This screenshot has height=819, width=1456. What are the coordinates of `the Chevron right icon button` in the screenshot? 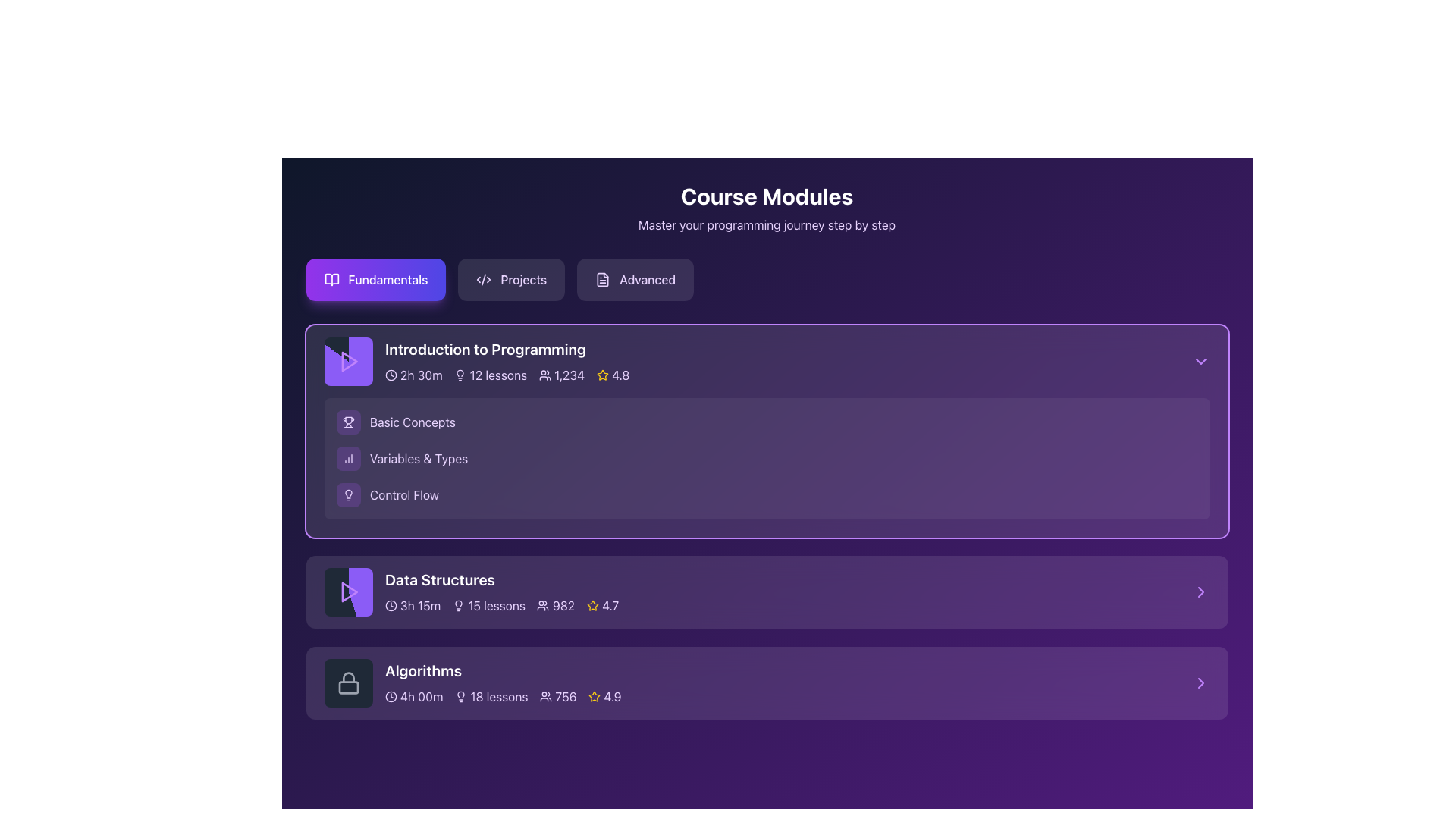 It's located at (1200, 591).